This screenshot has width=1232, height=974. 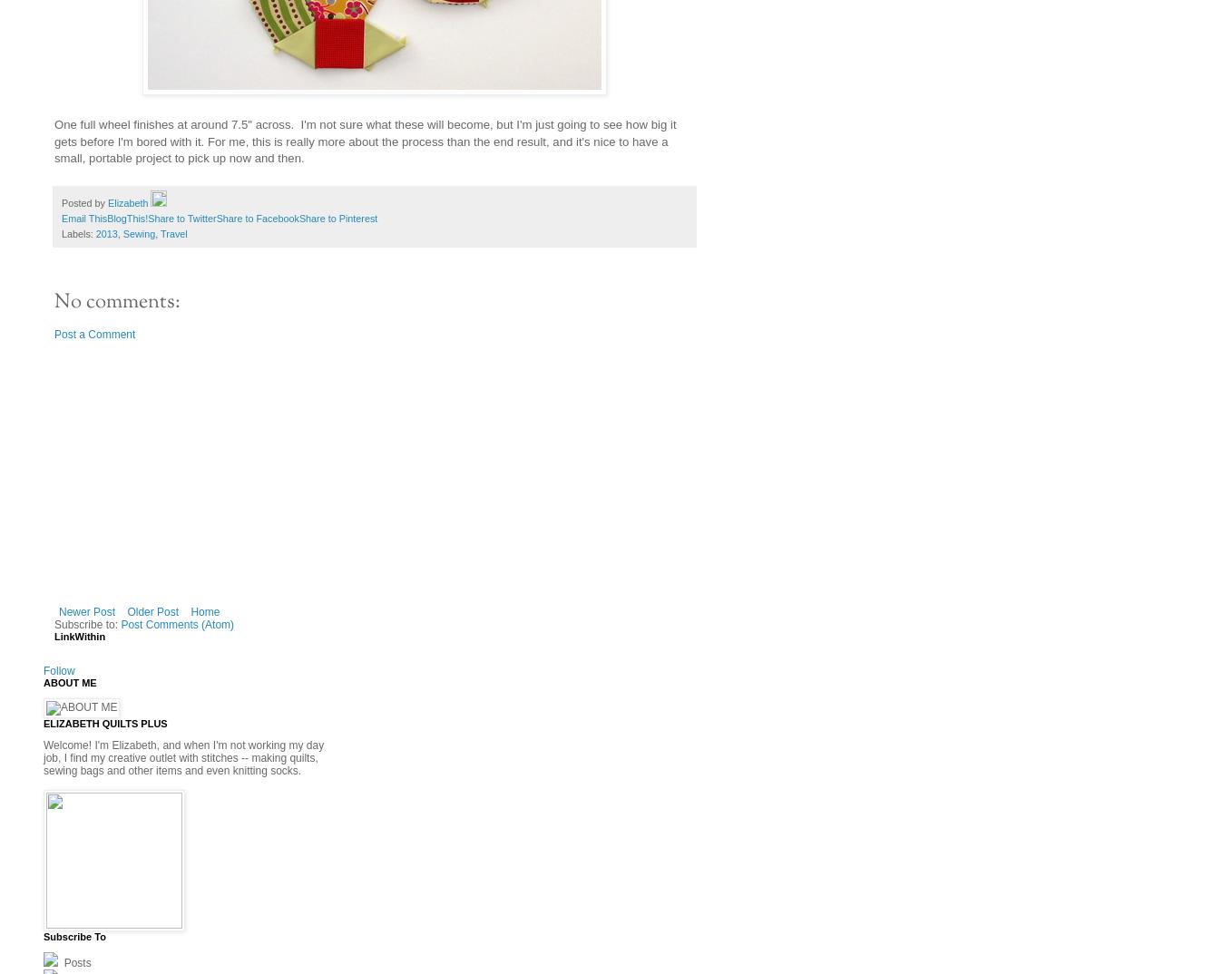 I want to click on 'Posted by', so click(x=84, y=200).